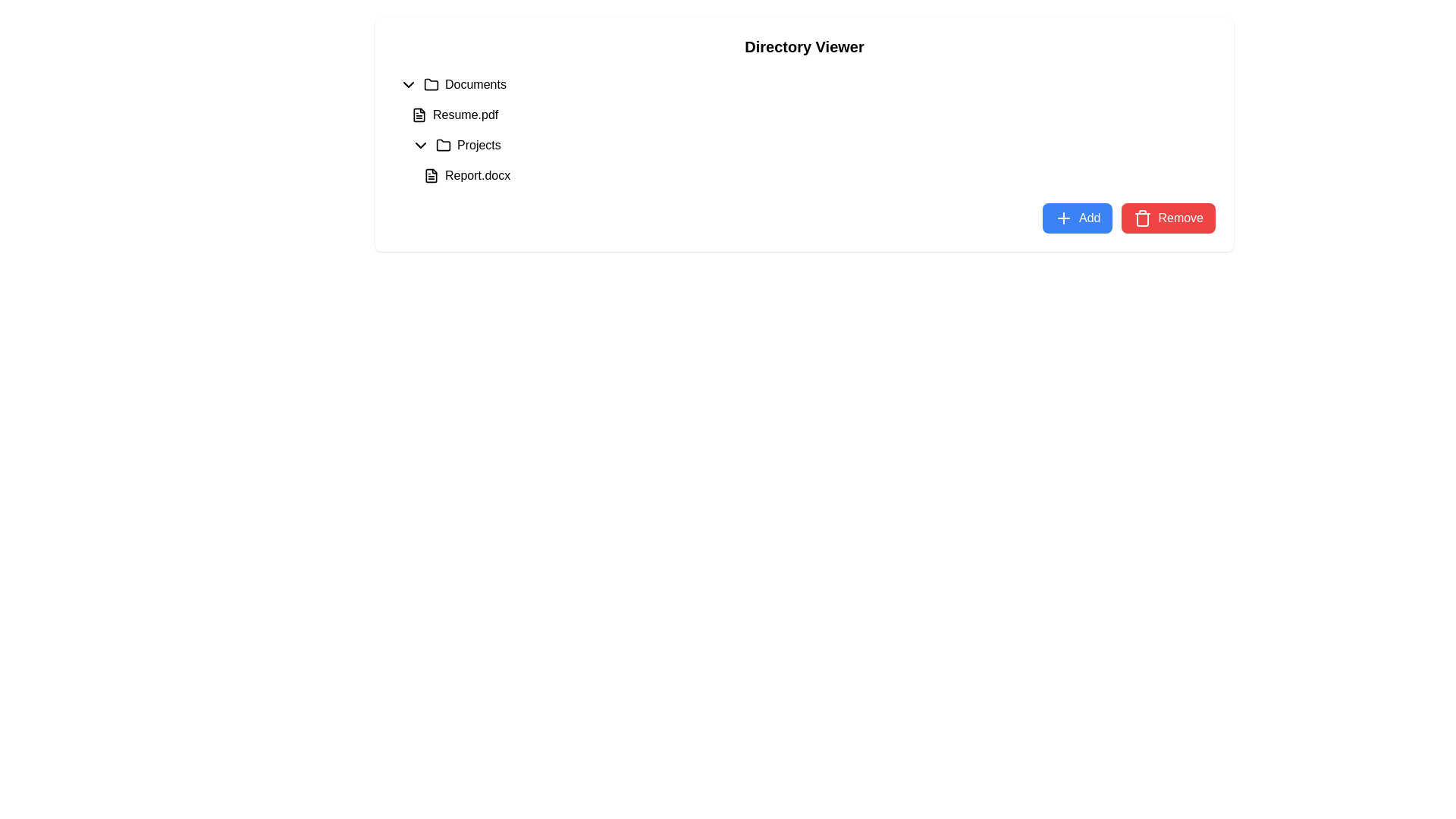 This screenshot has height=819, width=1456. What do you see at coordinates (477, 174) in the screenshot?
I see `the text label 'Report.docx' in the 'Projects' folder` at bounding box center [477, 174].